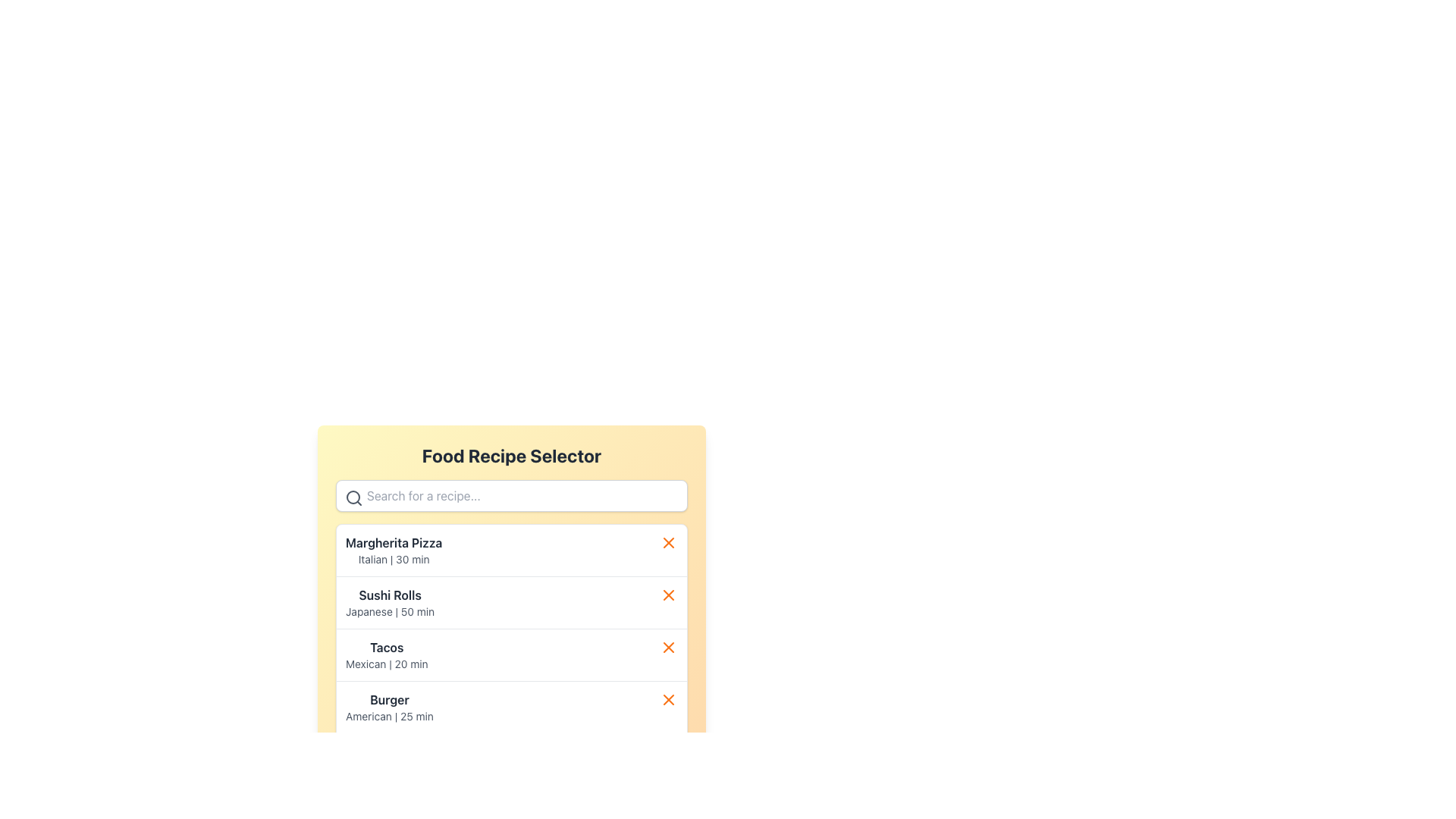  What do you see at coordinates (390, 610) in the screenshot?
I see `the text label indicating the cuisine type (Japanese) and estimated preparation time (50 minutes) located below the title 'Sushi Rolls' in the 'Food Recipe Selector' interface` at bounding box center [390, 610].